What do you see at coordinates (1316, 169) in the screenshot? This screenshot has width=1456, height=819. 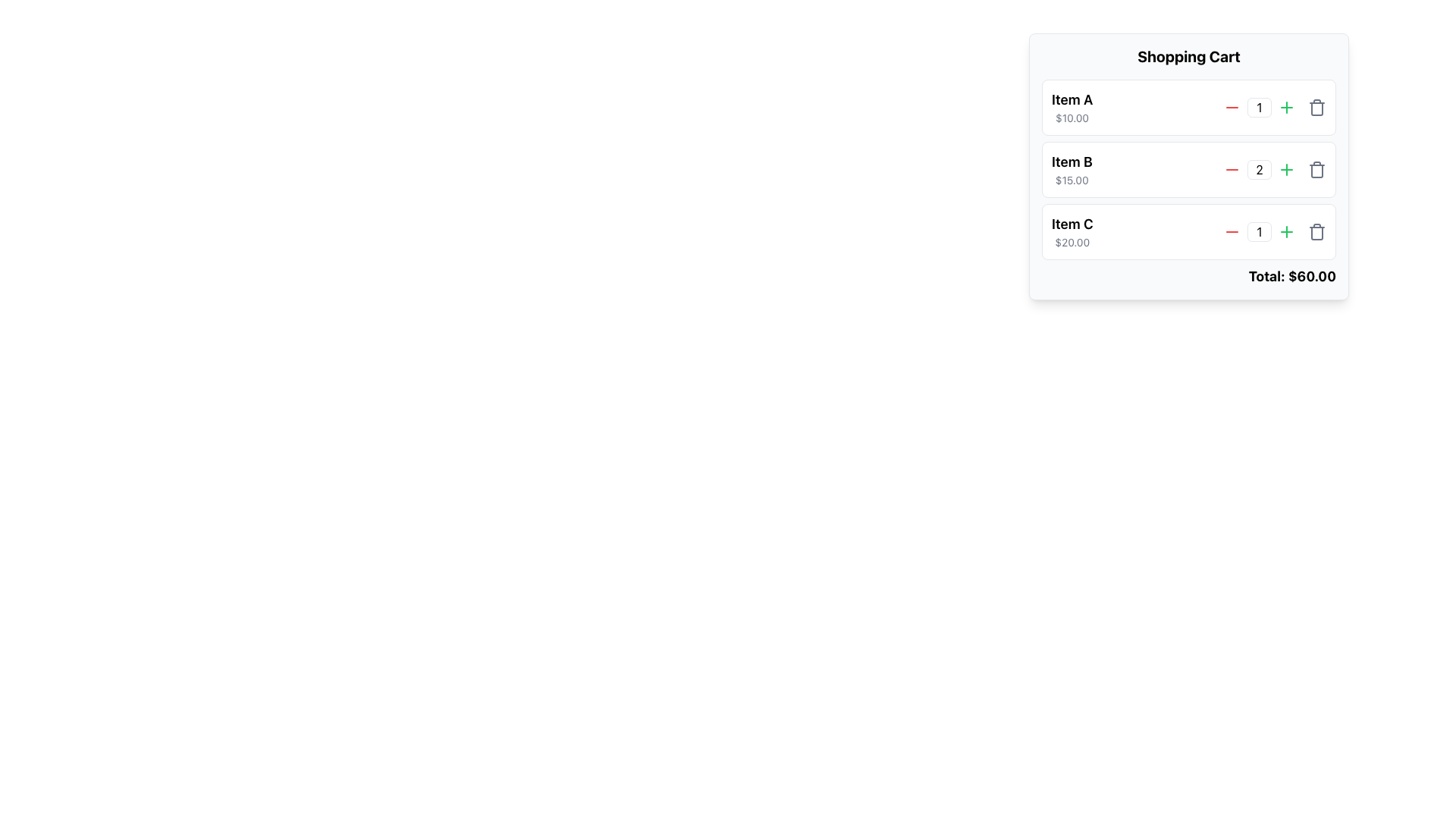 I see `the trash bin button located beside the numeric control for 'Item B' in the shopping cart` at bounding box center [1316, 169].